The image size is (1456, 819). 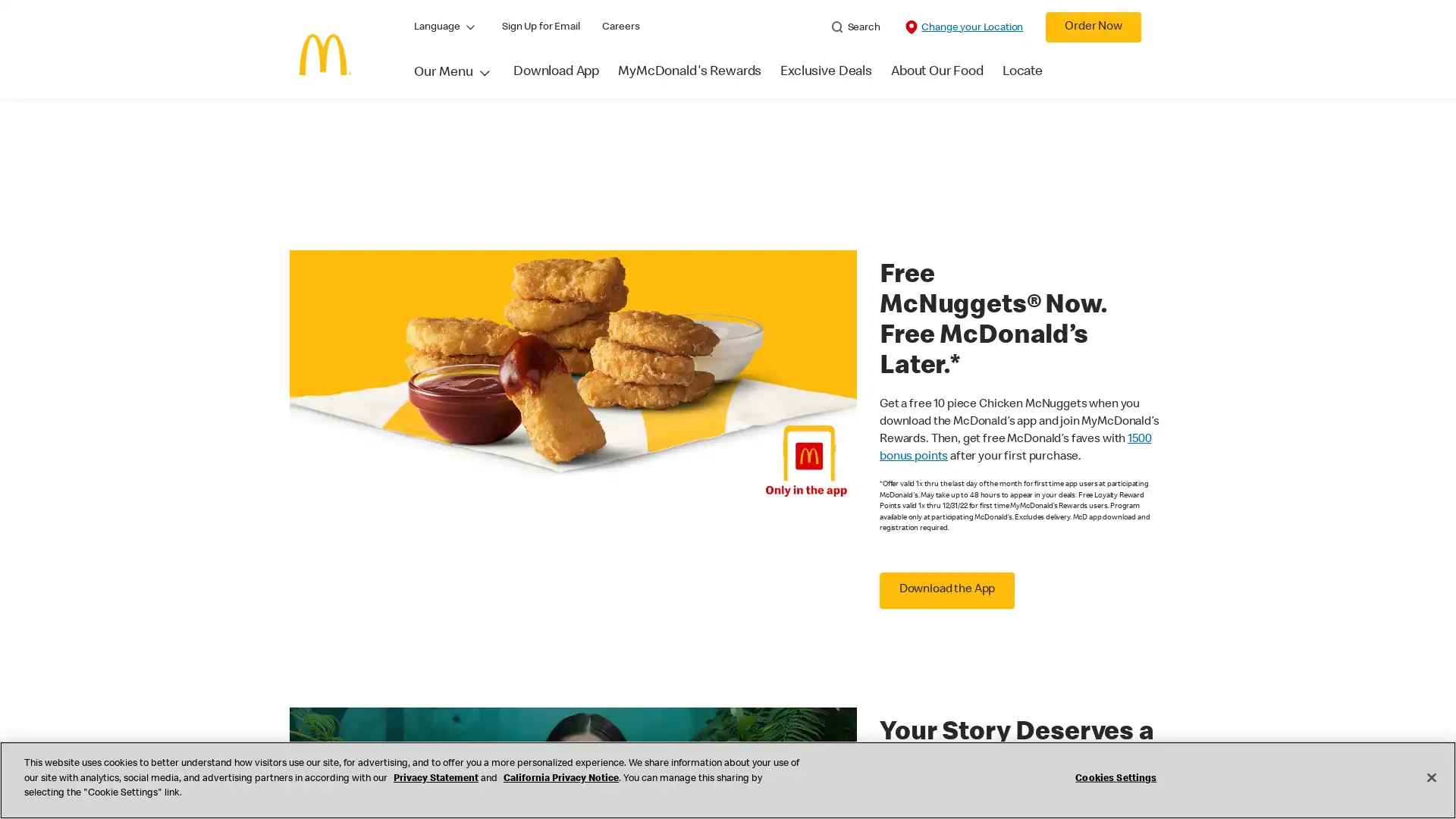 What do you see at coordinates (1430, 777) in the screenshot?
I see `Close` at bounding box center [1430, 777].